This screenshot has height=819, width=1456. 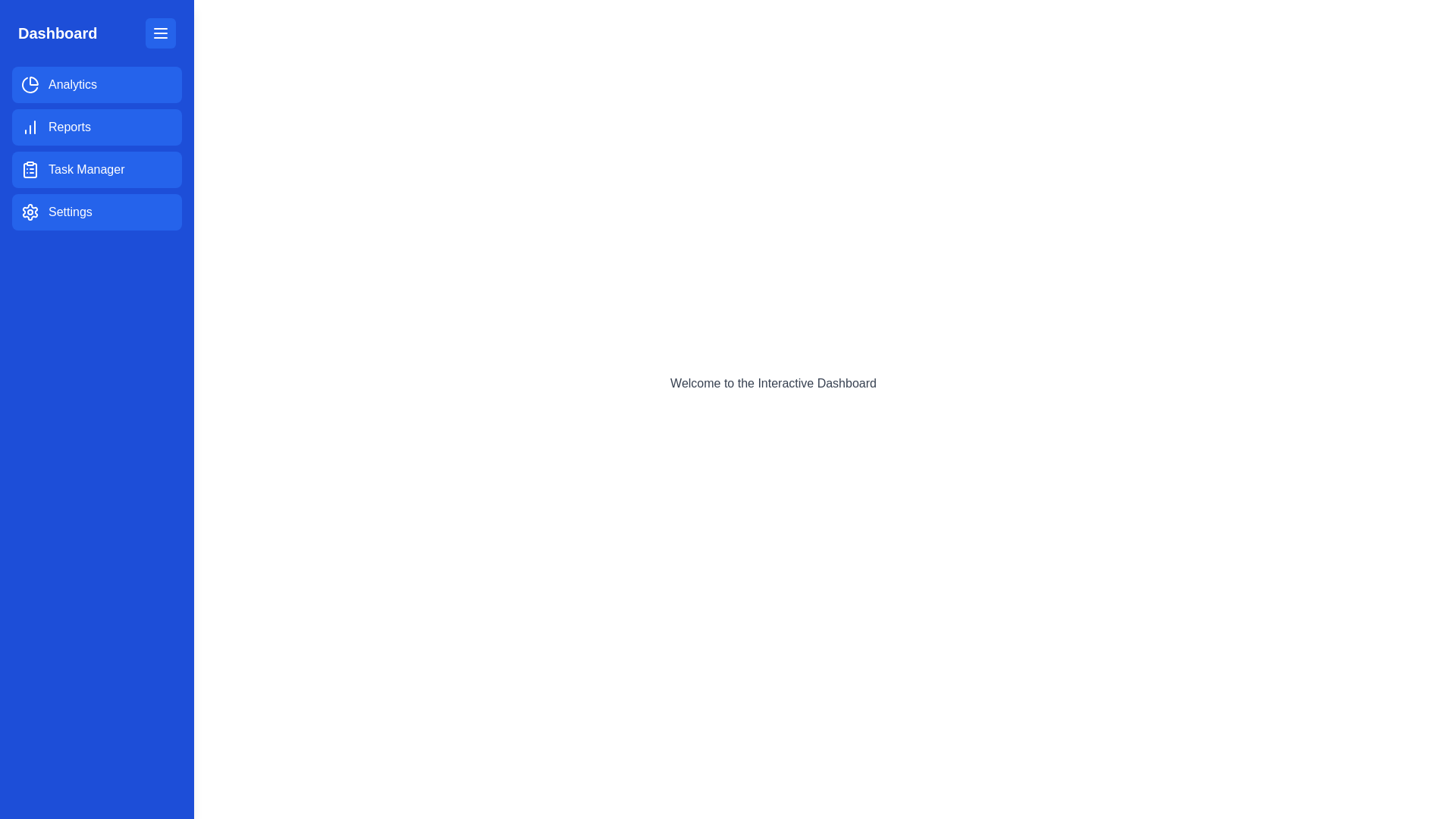 What do you see at coordinates (96, 212) in the screenshot?
I see `the menu item labeled Settings in the drawer` at bounding box center [96, 212].